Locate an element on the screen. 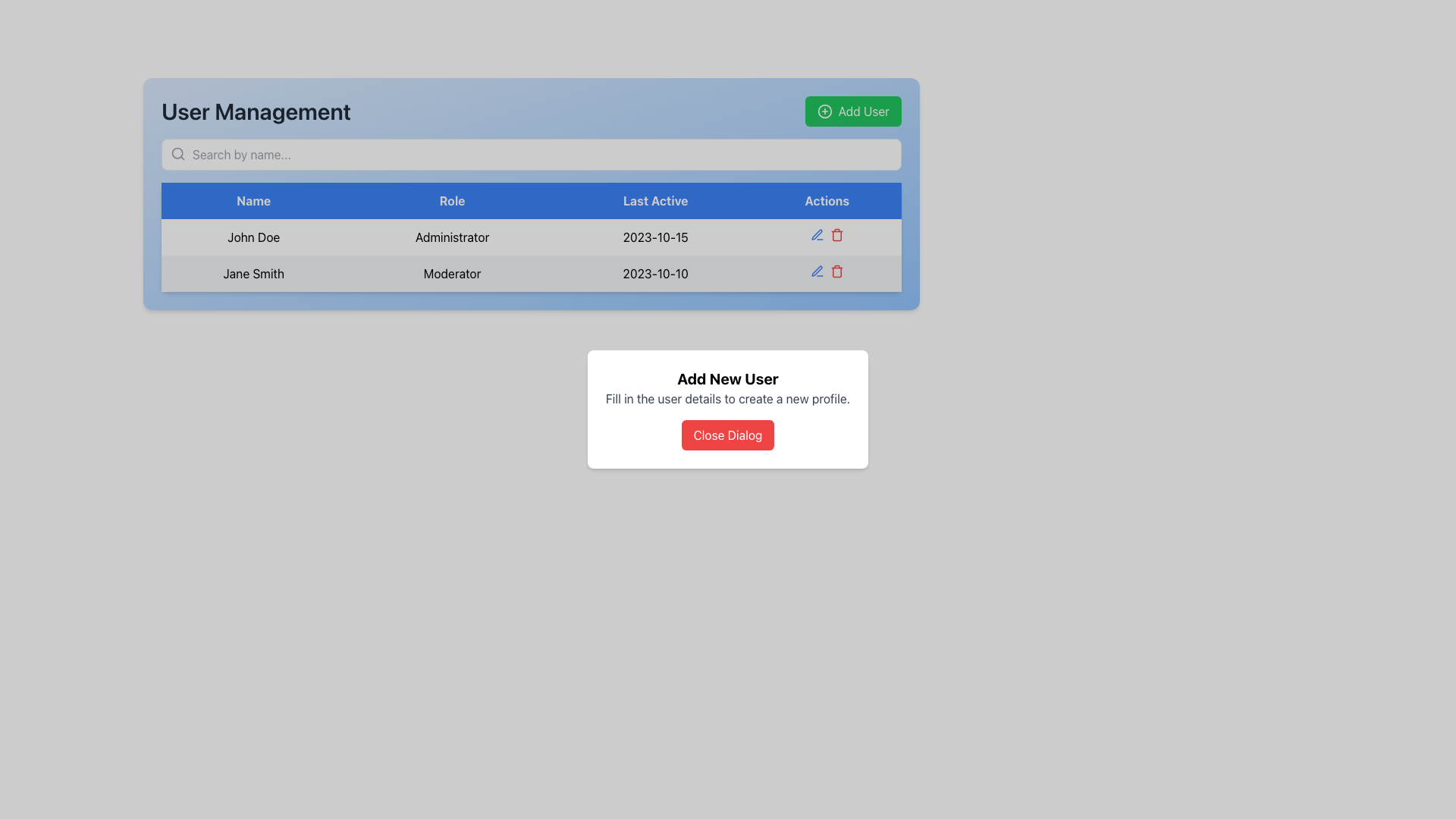 The height and width of the screenshot is (819, 1456). the bold textual heading labeled 'User Management' that is prominently displayed on a blue background is located at coordinates (256, 110).